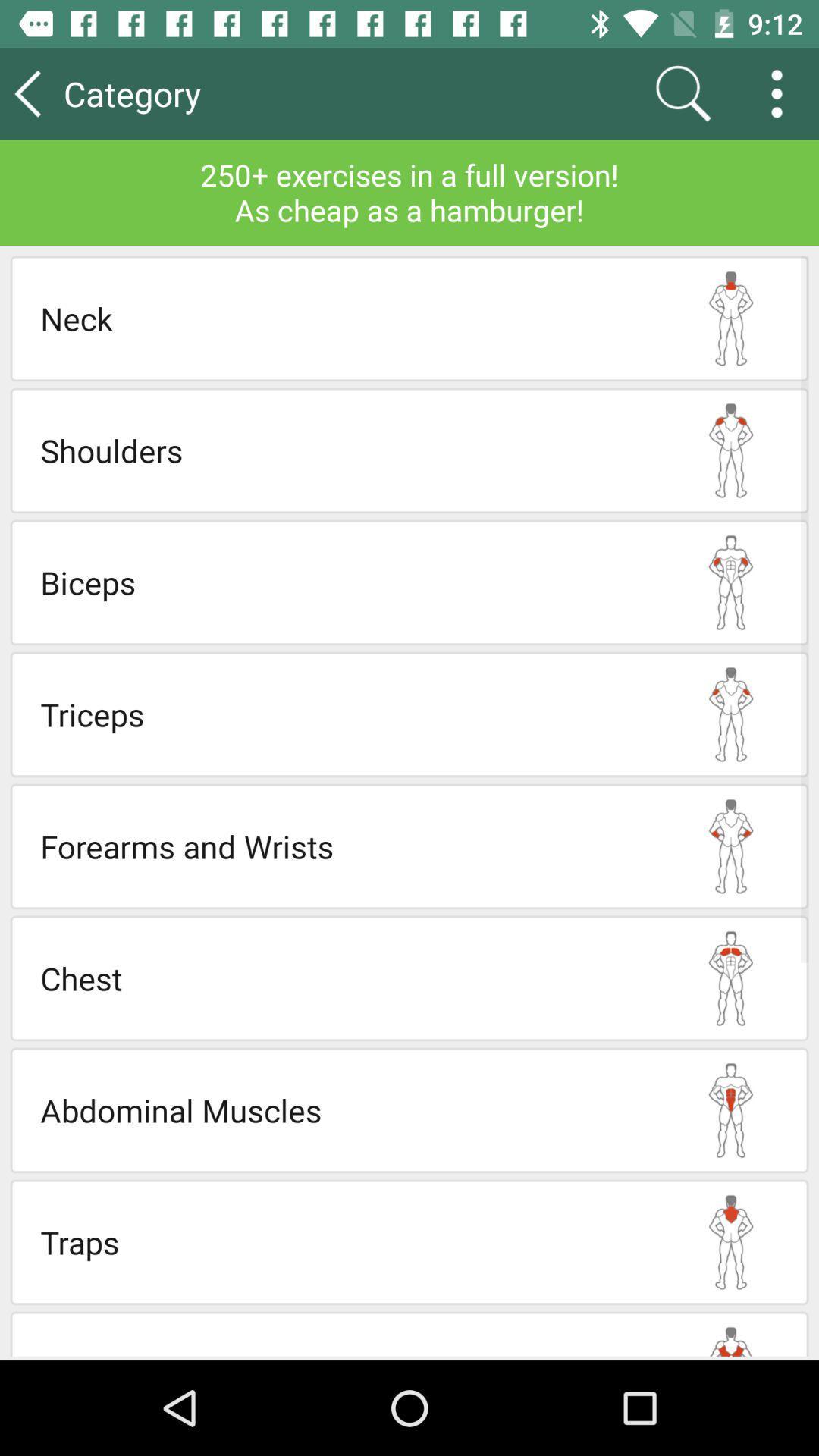 This screenshot has width=819, height=1456. Describe the element at coordinates (347, 978) in the screenshot. I see `the chest item` at that location.